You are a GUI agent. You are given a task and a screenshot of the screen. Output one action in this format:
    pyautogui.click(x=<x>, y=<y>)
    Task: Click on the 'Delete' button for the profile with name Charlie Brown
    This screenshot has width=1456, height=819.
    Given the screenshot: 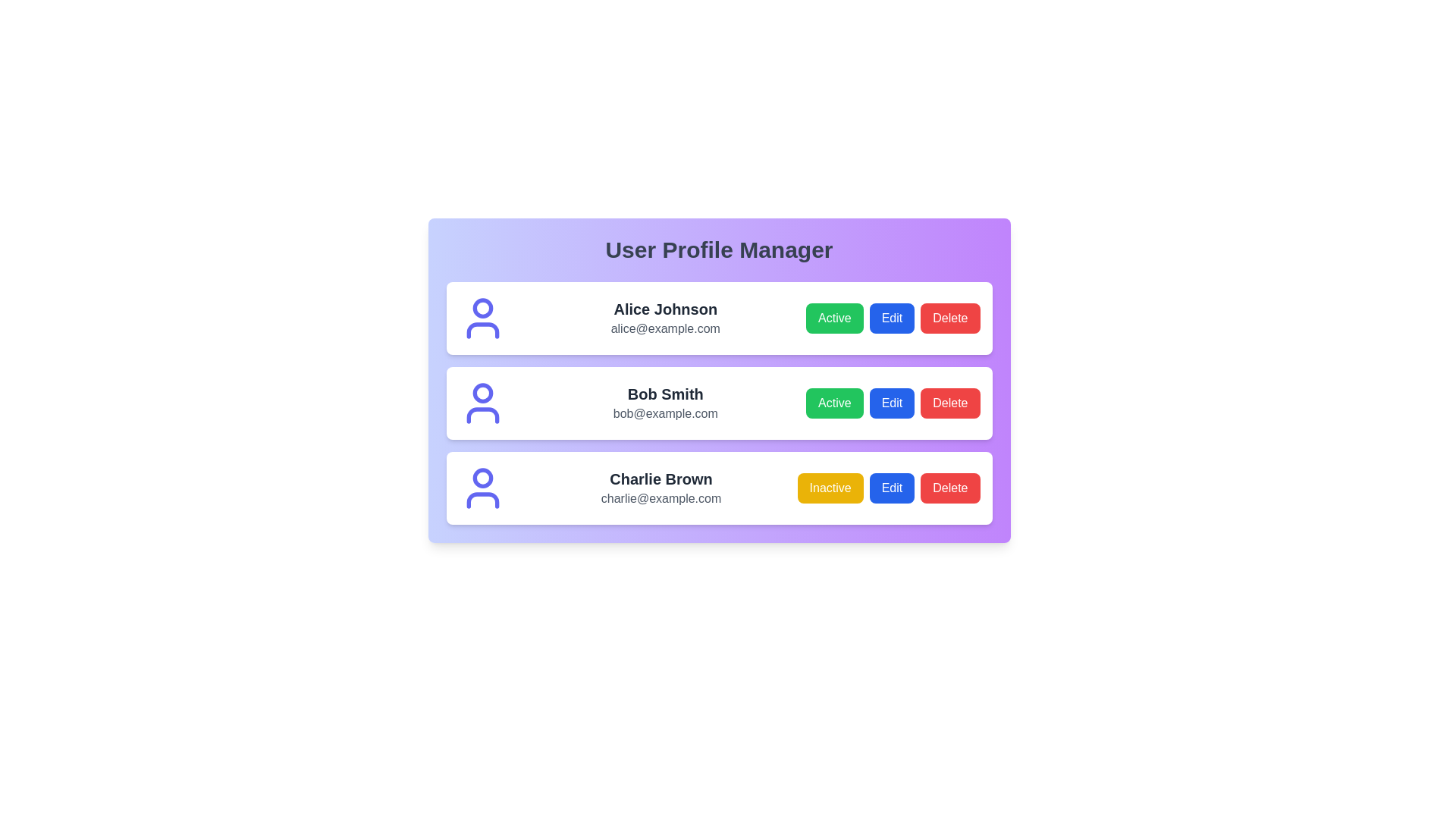 What is the action you would take?
    pyautogui.click(x=949, y=488)
    